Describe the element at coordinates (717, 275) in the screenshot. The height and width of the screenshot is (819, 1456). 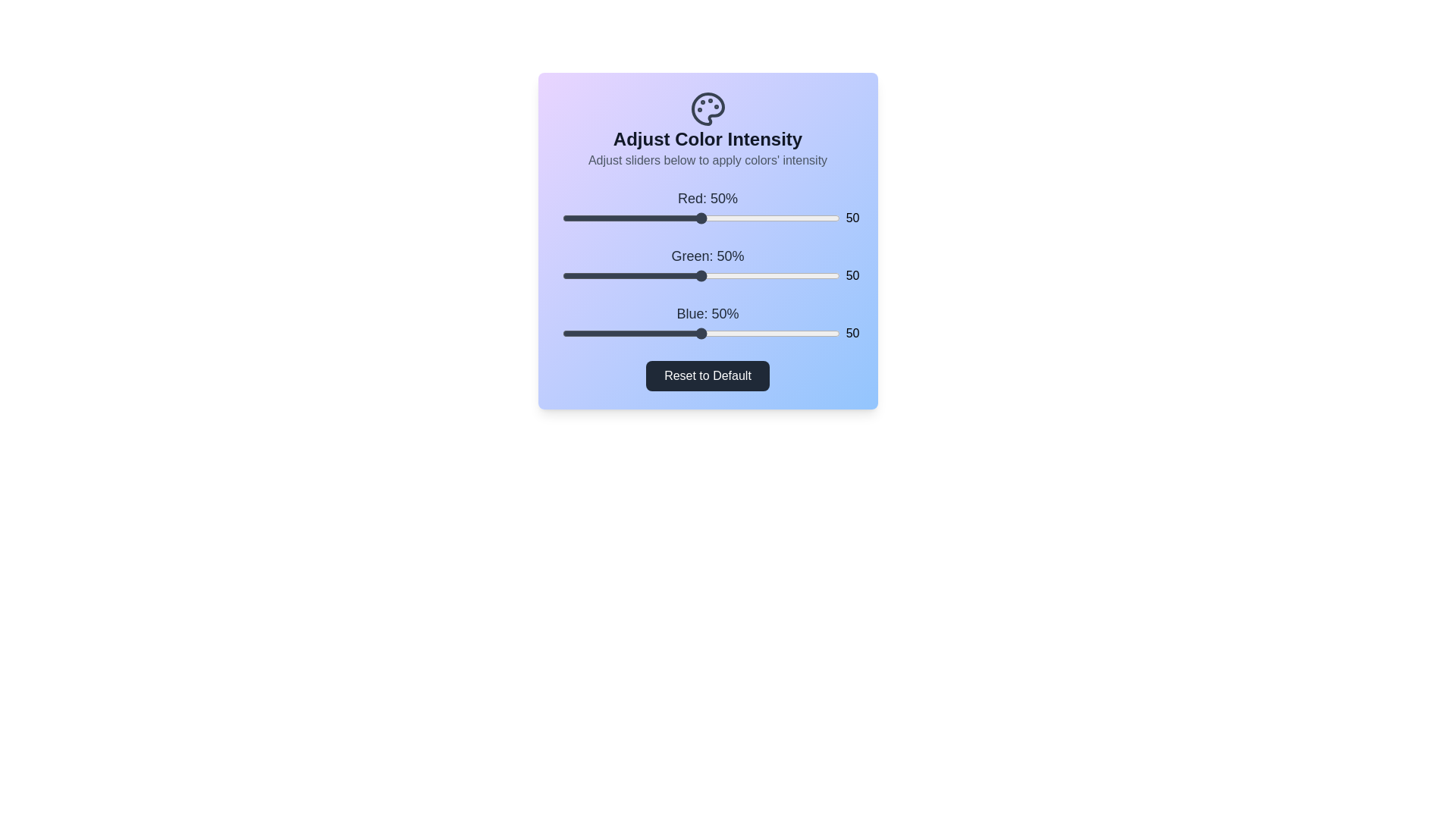
I see `the 1 slider to 56%` at that location.